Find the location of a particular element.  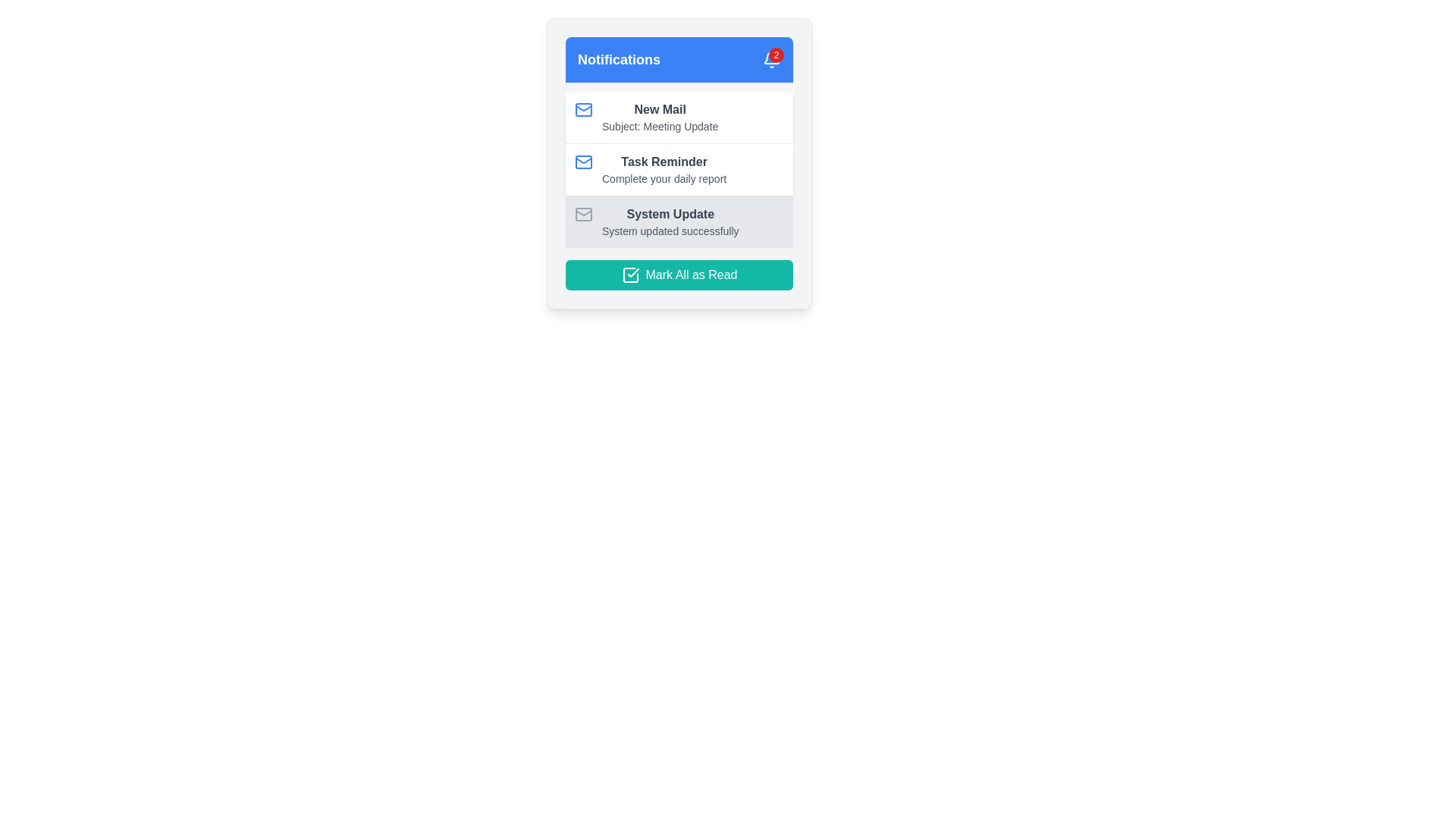

the 'System Update' notification item which contains an envelope icon and reads 'System Update' followed by 'System updated successfully' to read the displayed message is located at coordinates (679, 221).